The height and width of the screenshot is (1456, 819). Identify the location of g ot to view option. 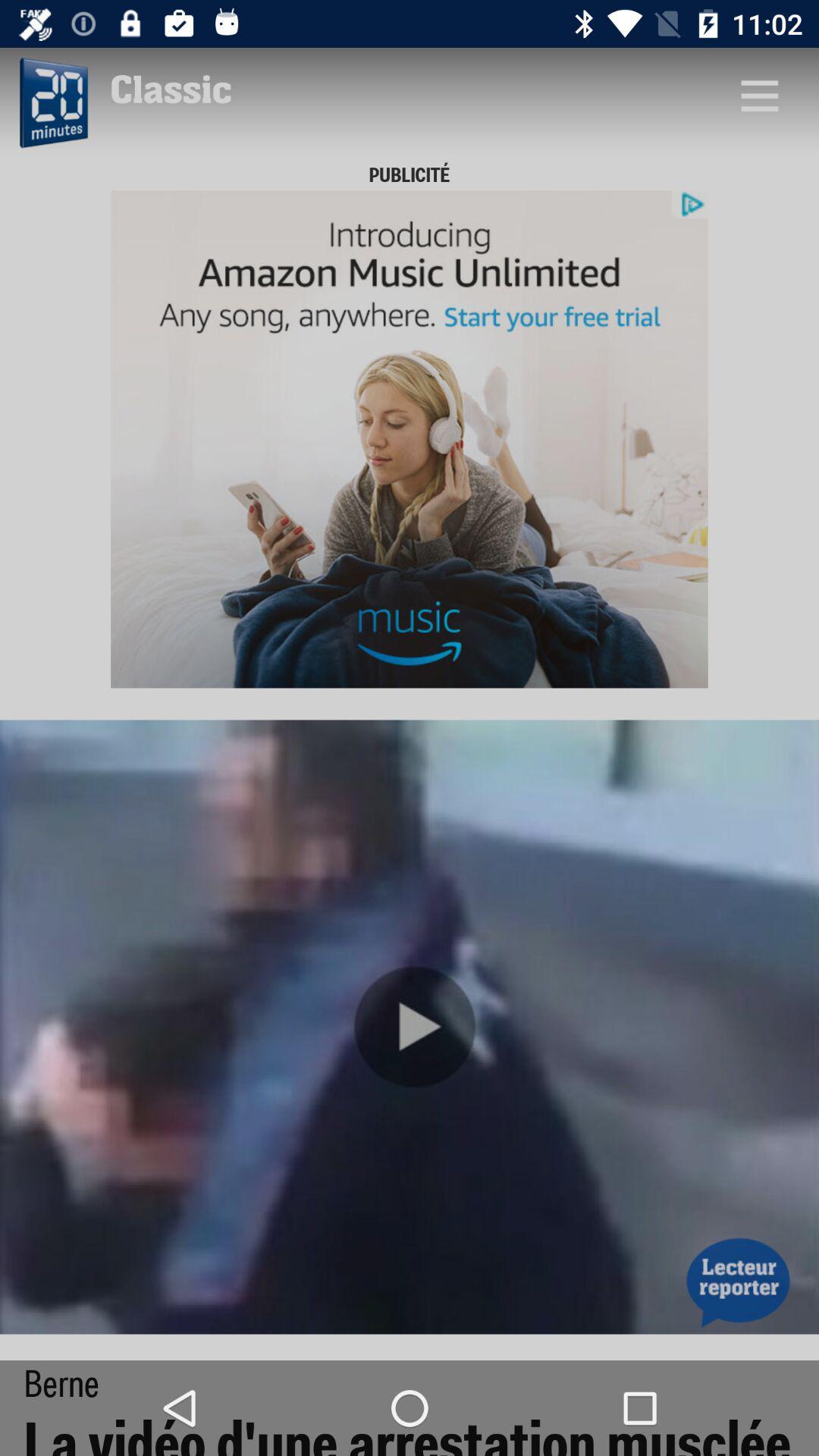
(759, 94).